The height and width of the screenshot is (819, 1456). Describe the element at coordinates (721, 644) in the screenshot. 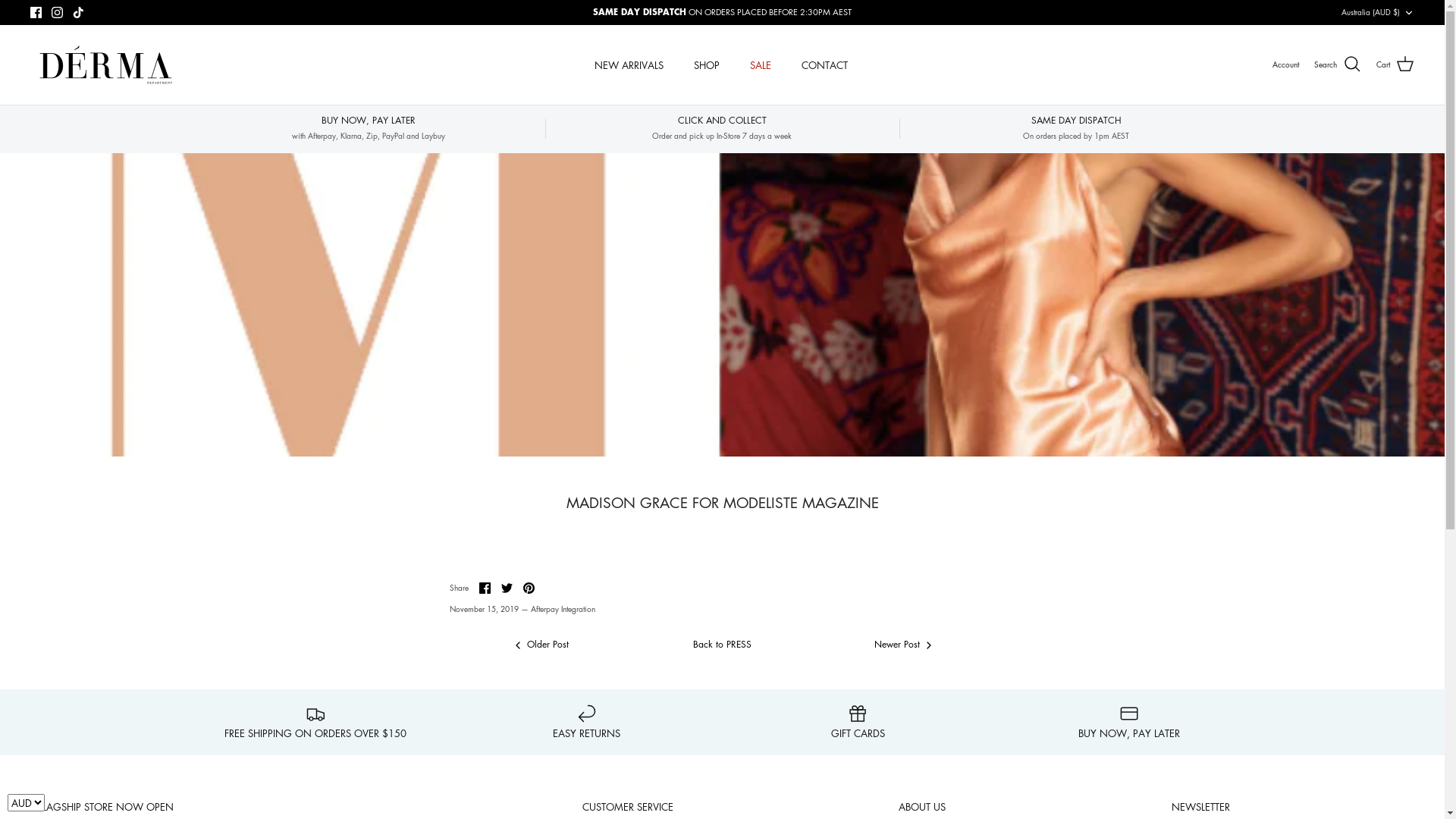

I see `'Back to PRESS'` at that location.